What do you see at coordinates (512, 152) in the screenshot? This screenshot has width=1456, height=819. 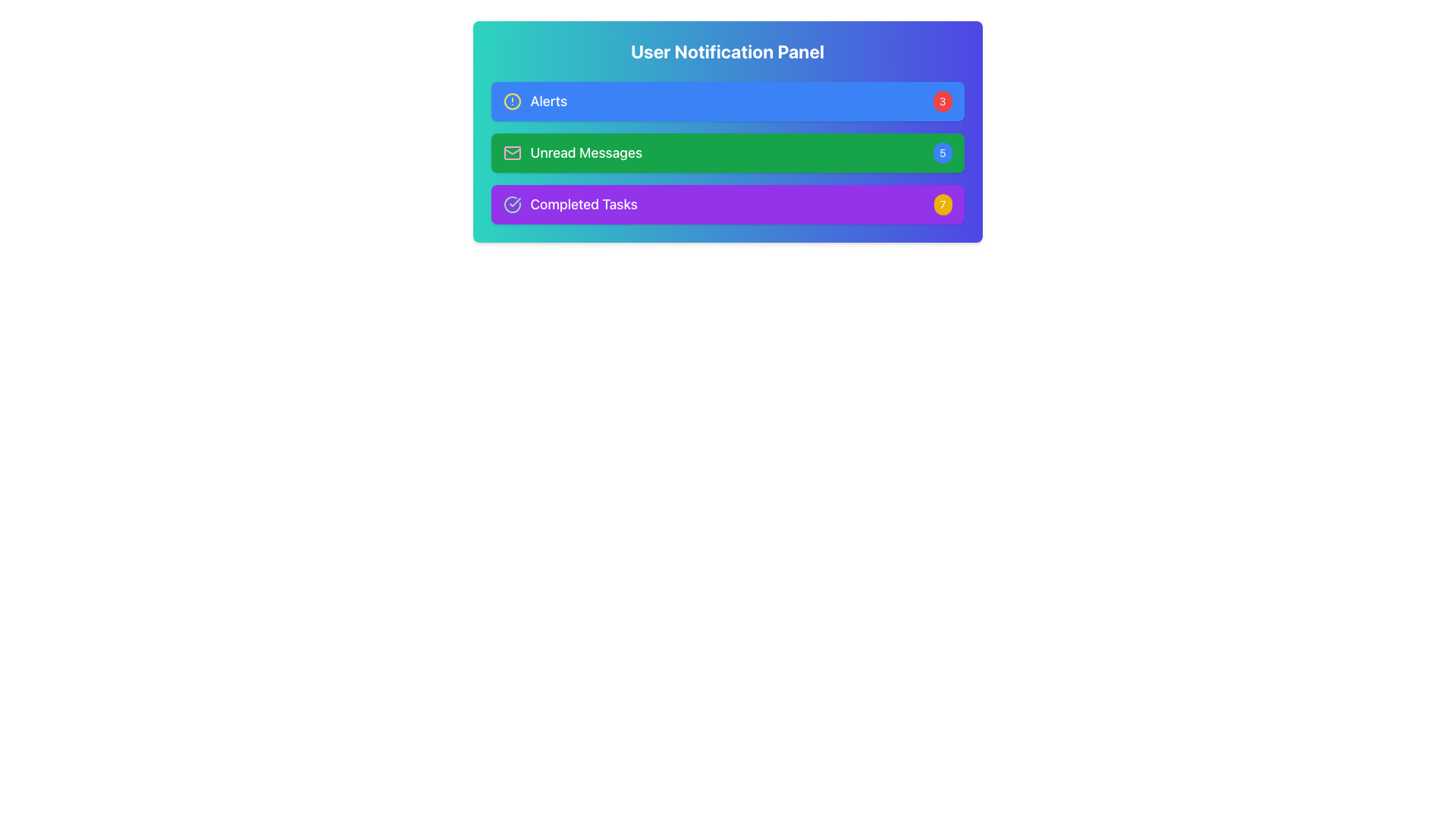 I see `the envelope icon representing unread messages in the notification panel, which contains a rectangle inside it on the left side of the notification row` at bounding box center [512, 152].